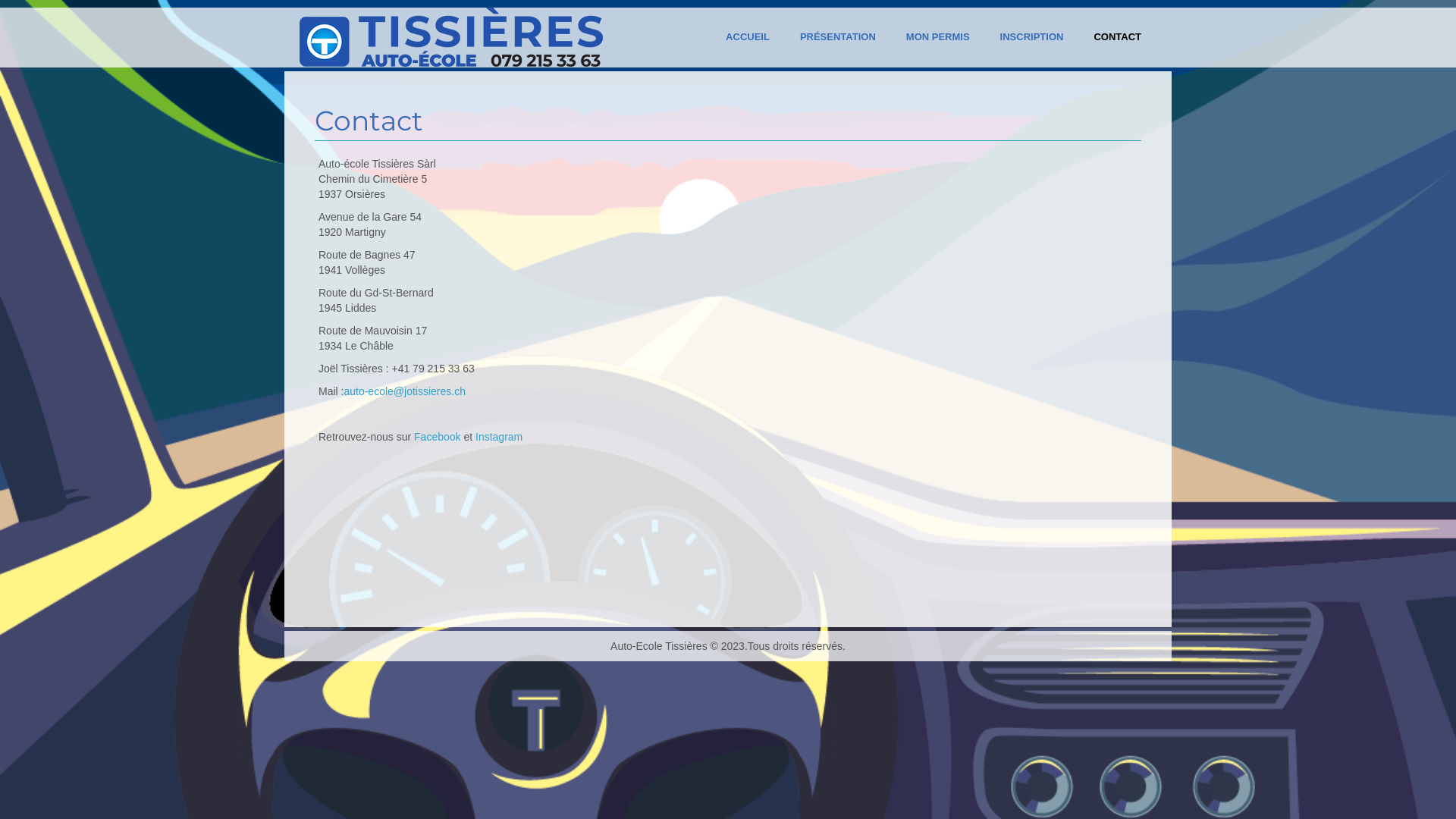 The height and width of the screenshot is (819, 1456). I want to click on 'CONTACT', so click(1077, 36).